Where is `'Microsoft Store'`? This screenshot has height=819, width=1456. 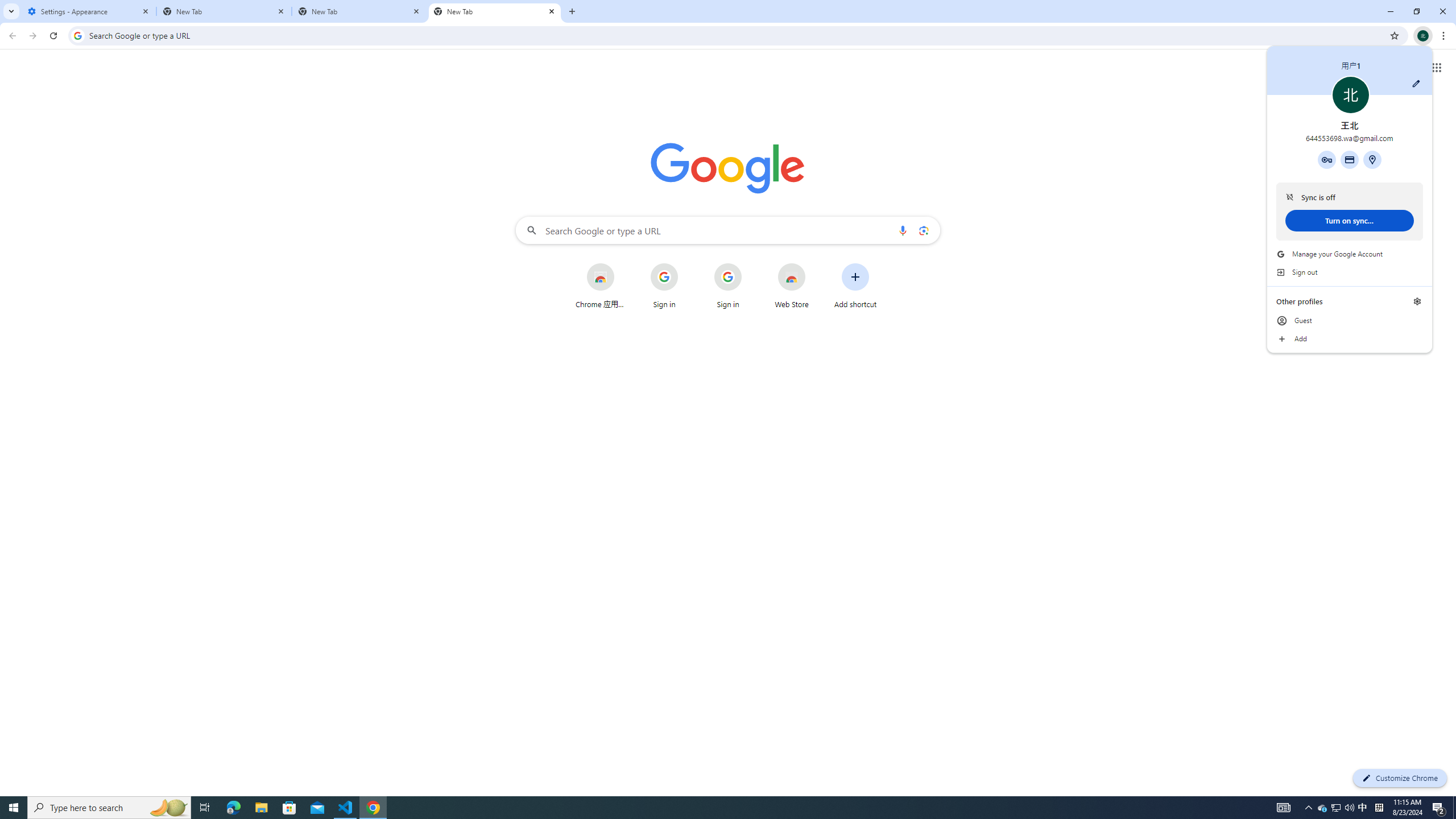
'Microsoft Store' is located at coordinates (345, 806).